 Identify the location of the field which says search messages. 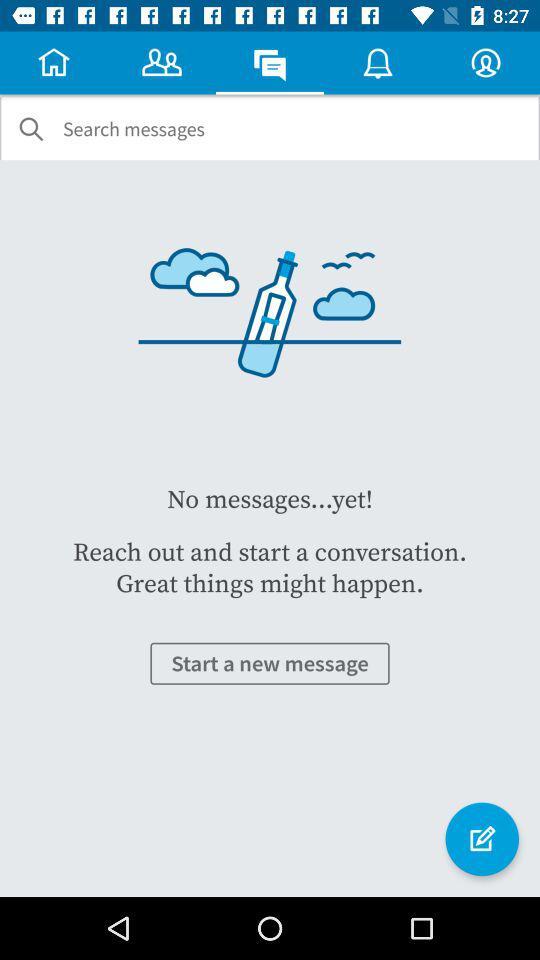
(133, 128).